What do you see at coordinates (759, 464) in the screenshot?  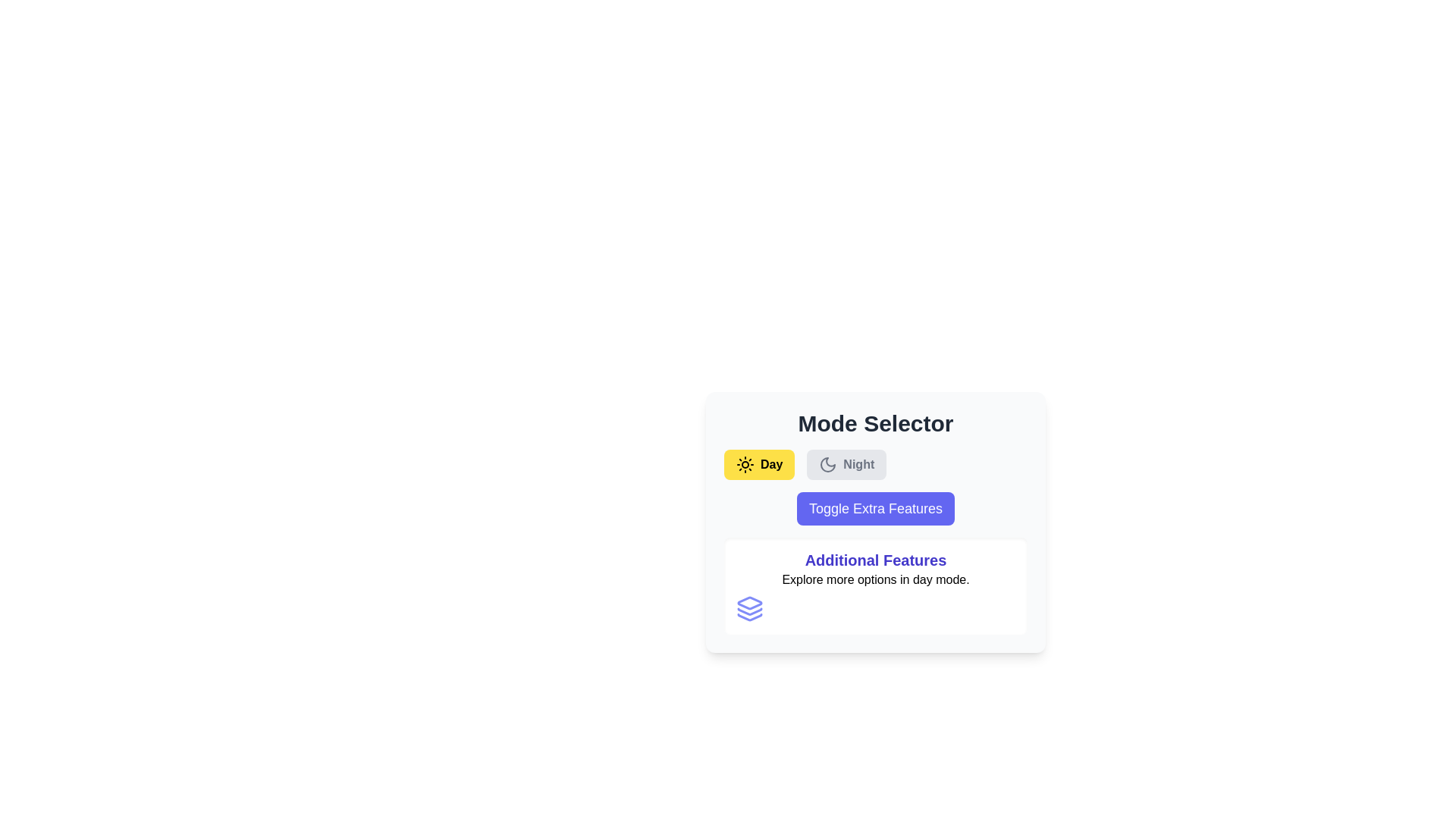 I see `the 'Day' mode button, which is located in the top-left section of the 'Mode Selector' group` at bounding box center [759, 464].